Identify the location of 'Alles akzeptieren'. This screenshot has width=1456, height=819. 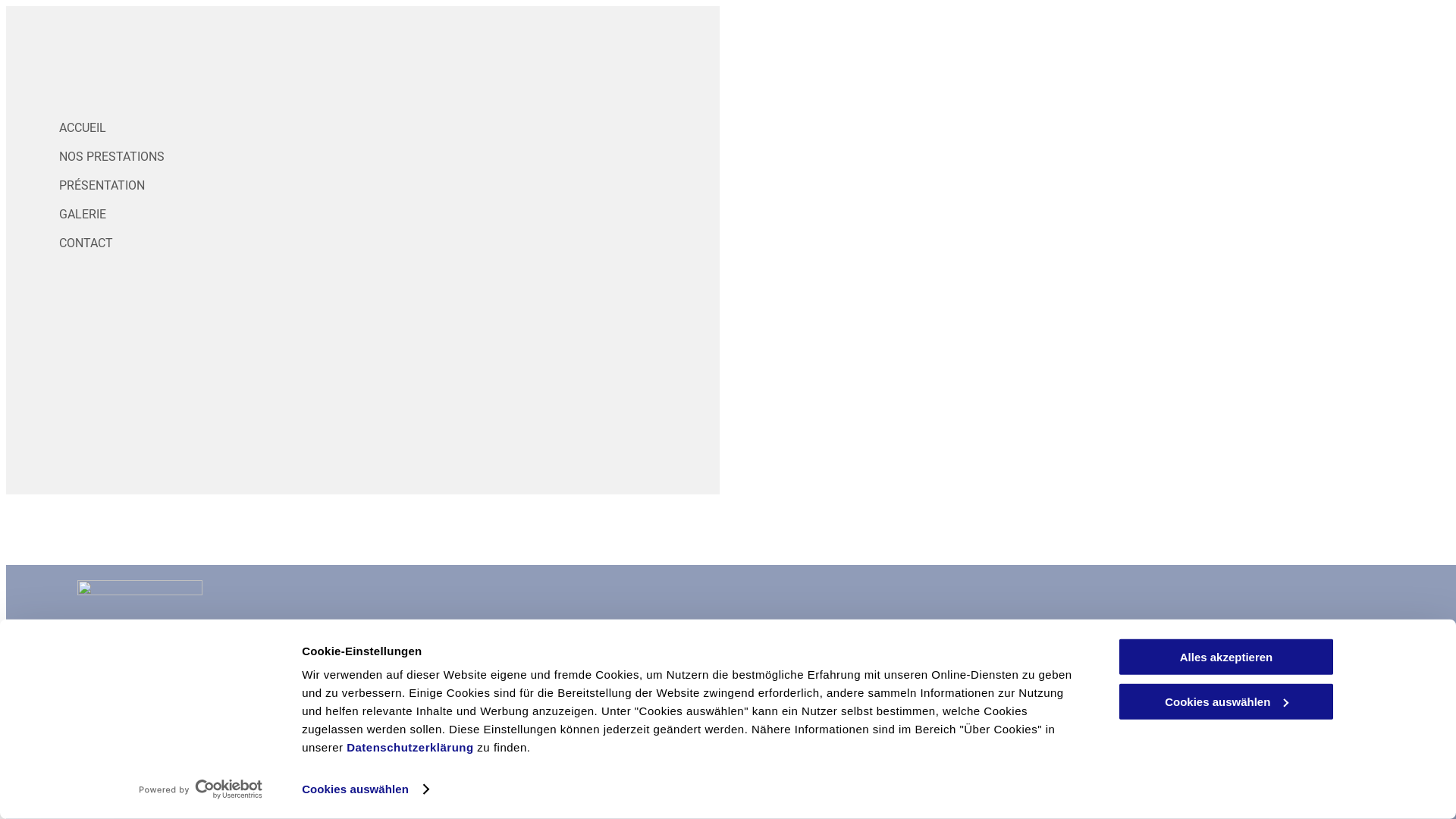
(1226, 656).